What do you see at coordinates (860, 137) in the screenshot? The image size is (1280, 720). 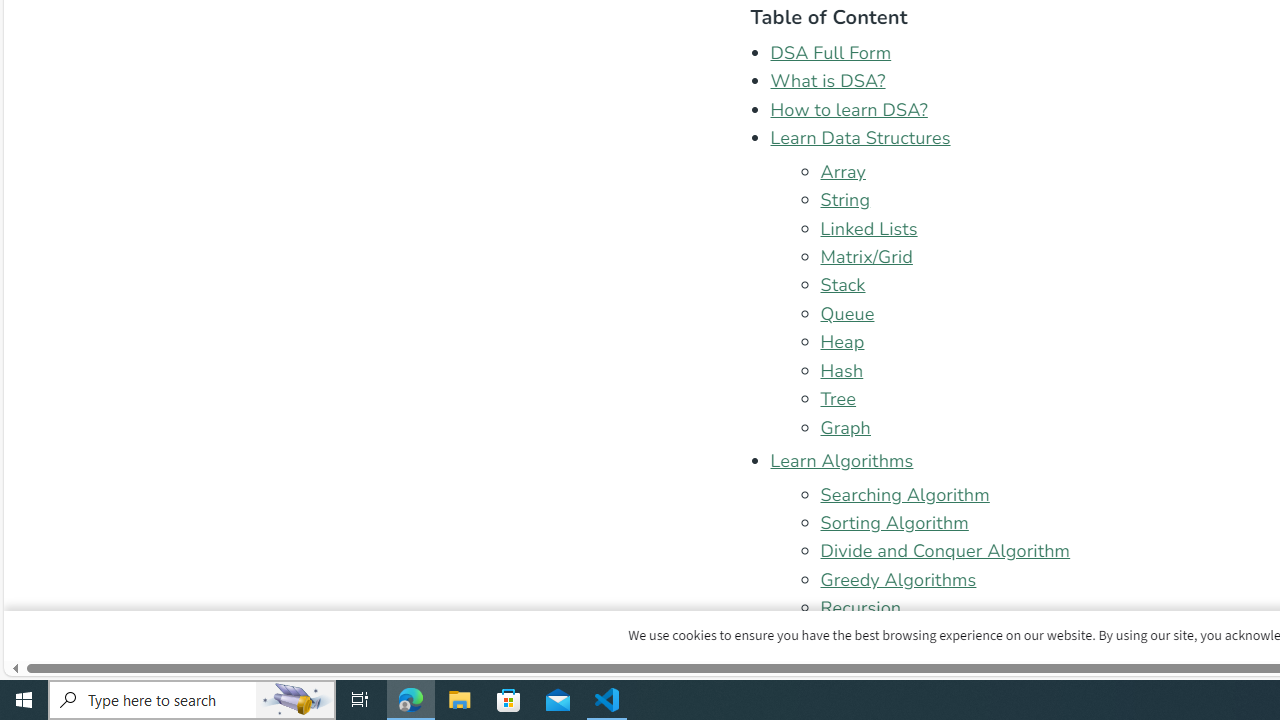 I see `'Learn Data Structures'` at bounding box center [860, 137].